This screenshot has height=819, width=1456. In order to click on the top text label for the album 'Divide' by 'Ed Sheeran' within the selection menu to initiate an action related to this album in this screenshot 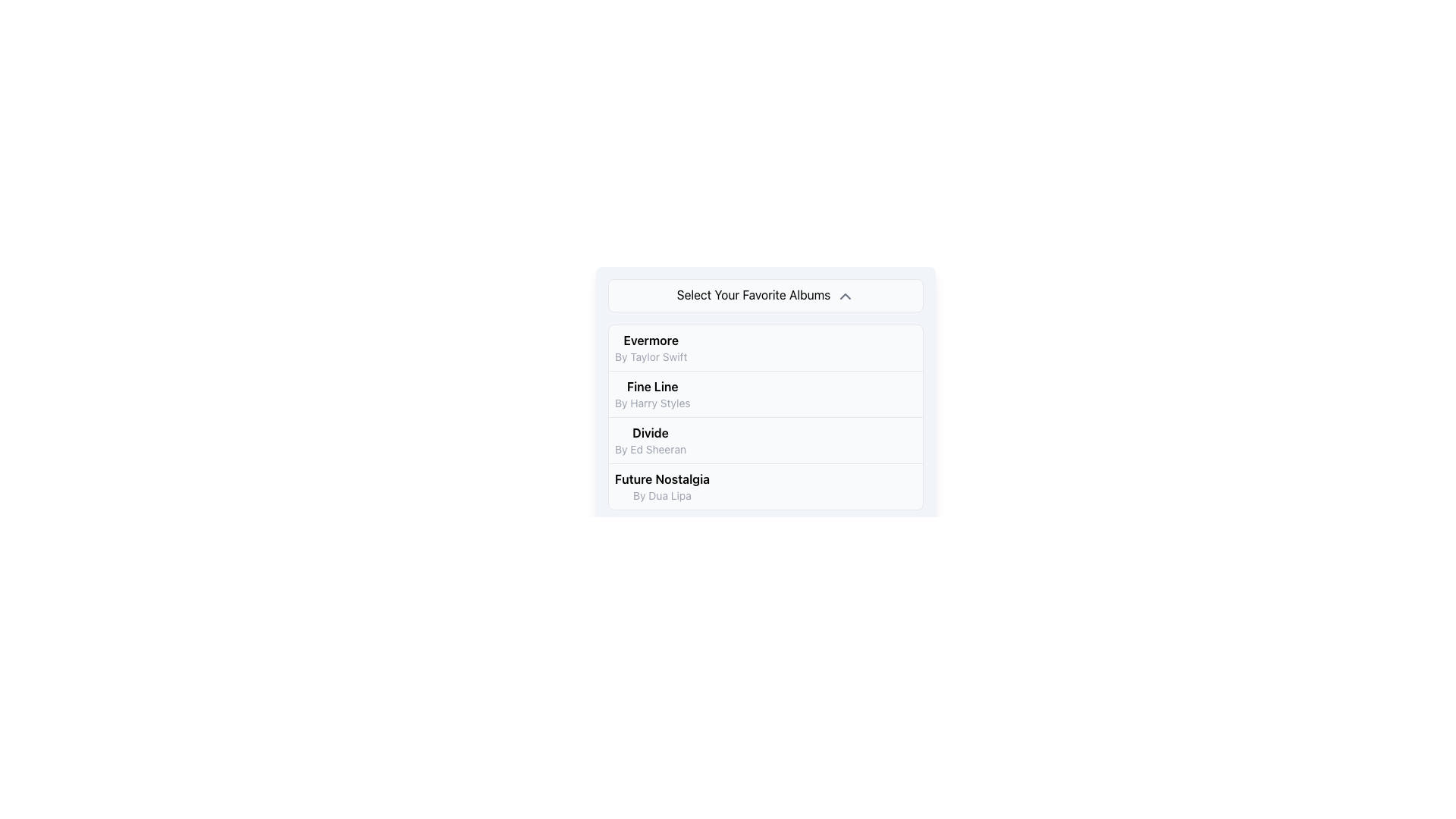, I will do `click(651, 432)`.